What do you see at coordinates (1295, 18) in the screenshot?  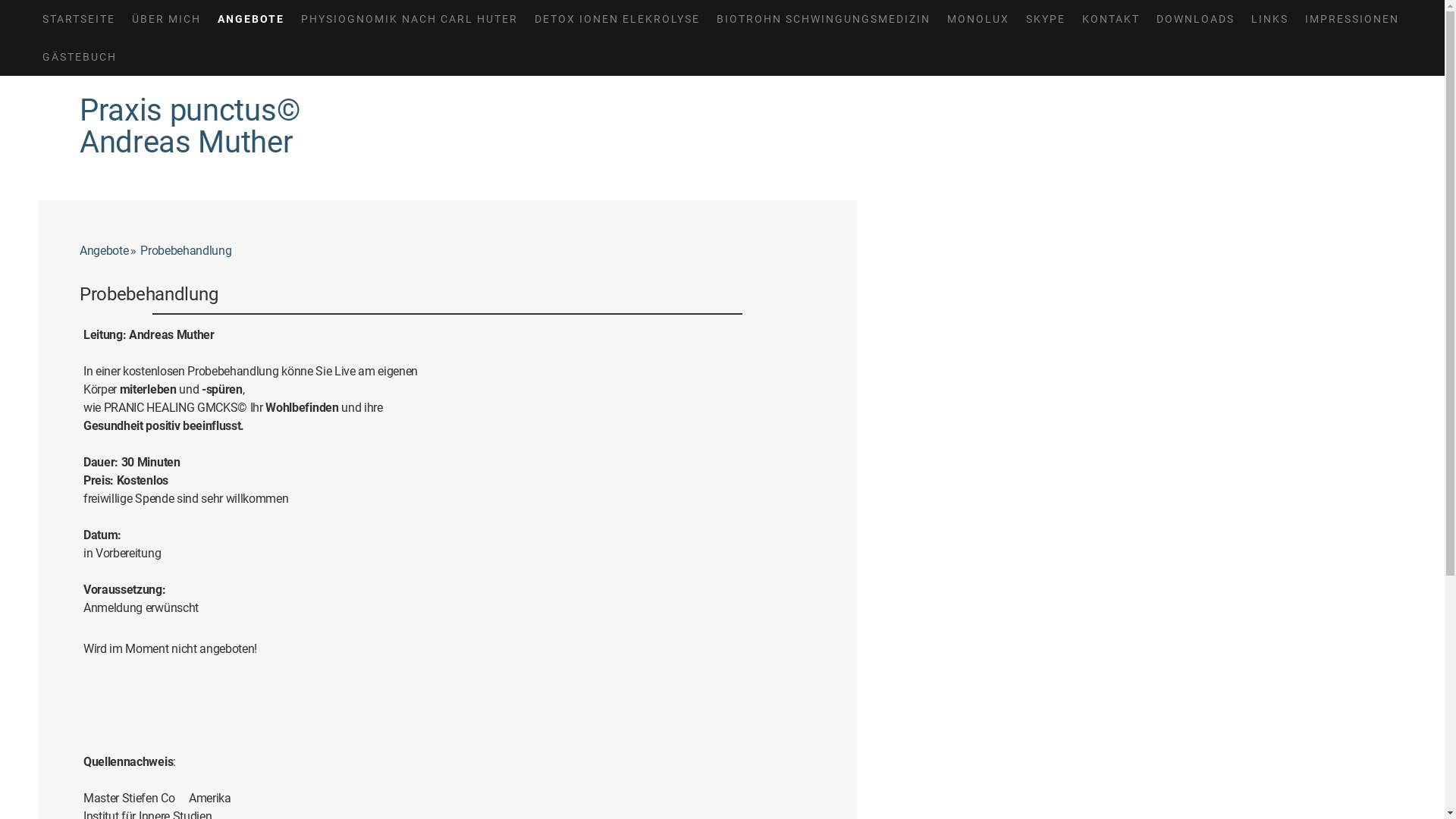 I see `'IMPRESSIONEN'` at bounding box center [1295, 18].